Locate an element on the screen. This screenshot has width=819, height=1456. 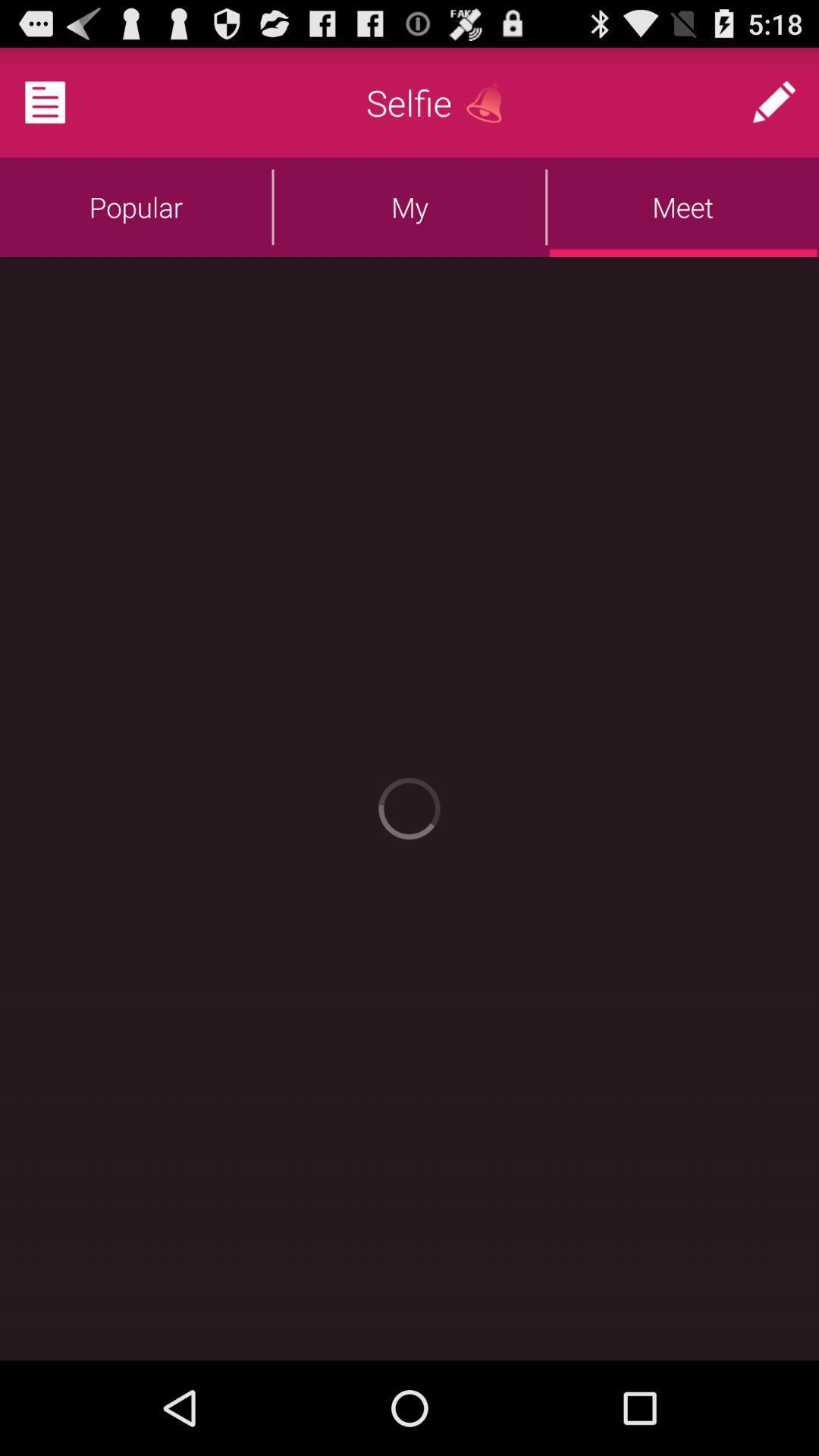
alarm bell option is located at coordinates (490, 102).